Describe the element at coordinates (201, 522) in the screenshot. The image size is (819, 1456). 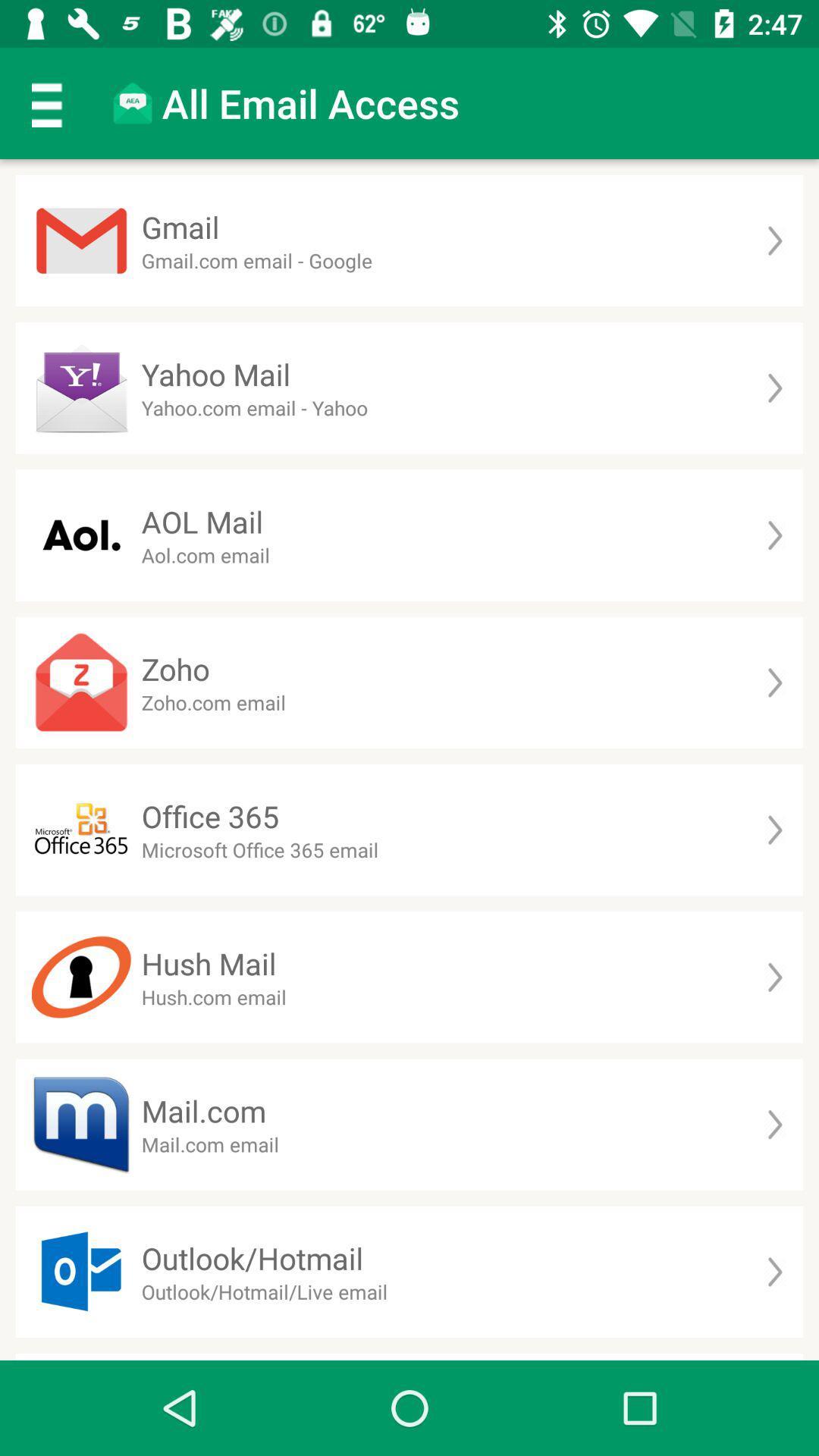
I see `the icon below the yahoo com email icon` at that location.